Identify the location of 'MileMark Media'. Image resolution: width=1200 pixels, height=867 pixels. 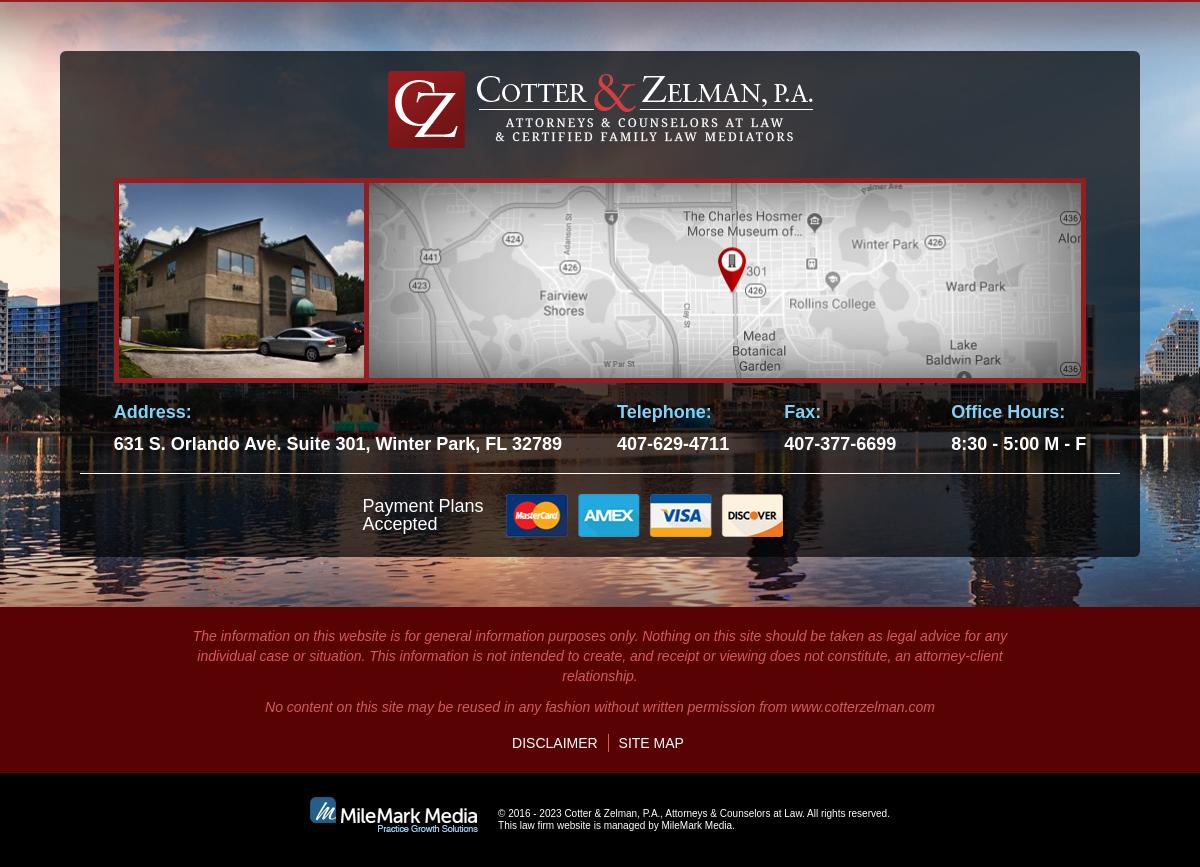
(696, 824).